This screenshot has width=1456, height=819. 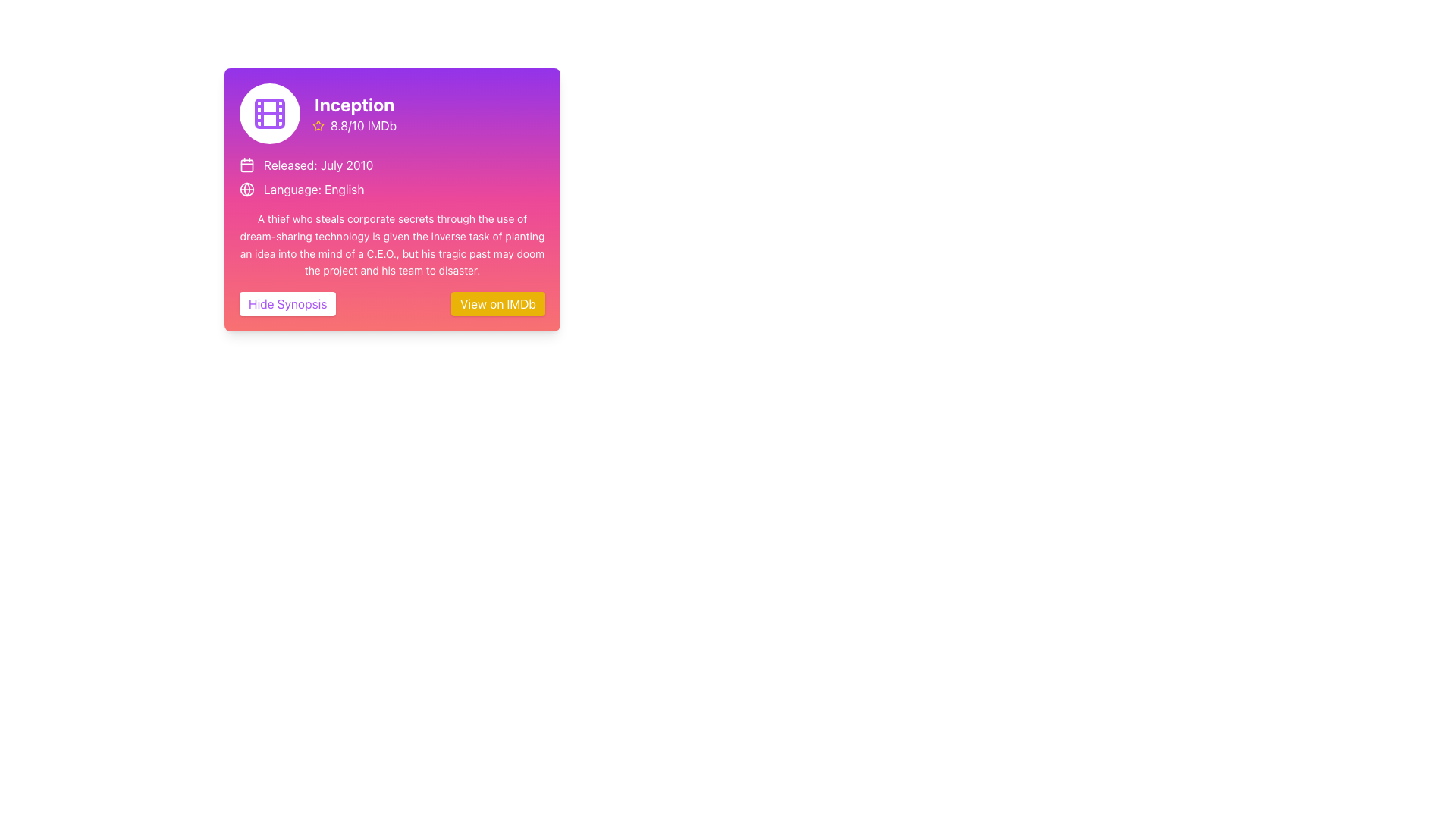 I want to click on the star icon that visually indicates the IMDb rating, located to the left of the text '8.8/10 IMDb', so click(x=318, y=124).